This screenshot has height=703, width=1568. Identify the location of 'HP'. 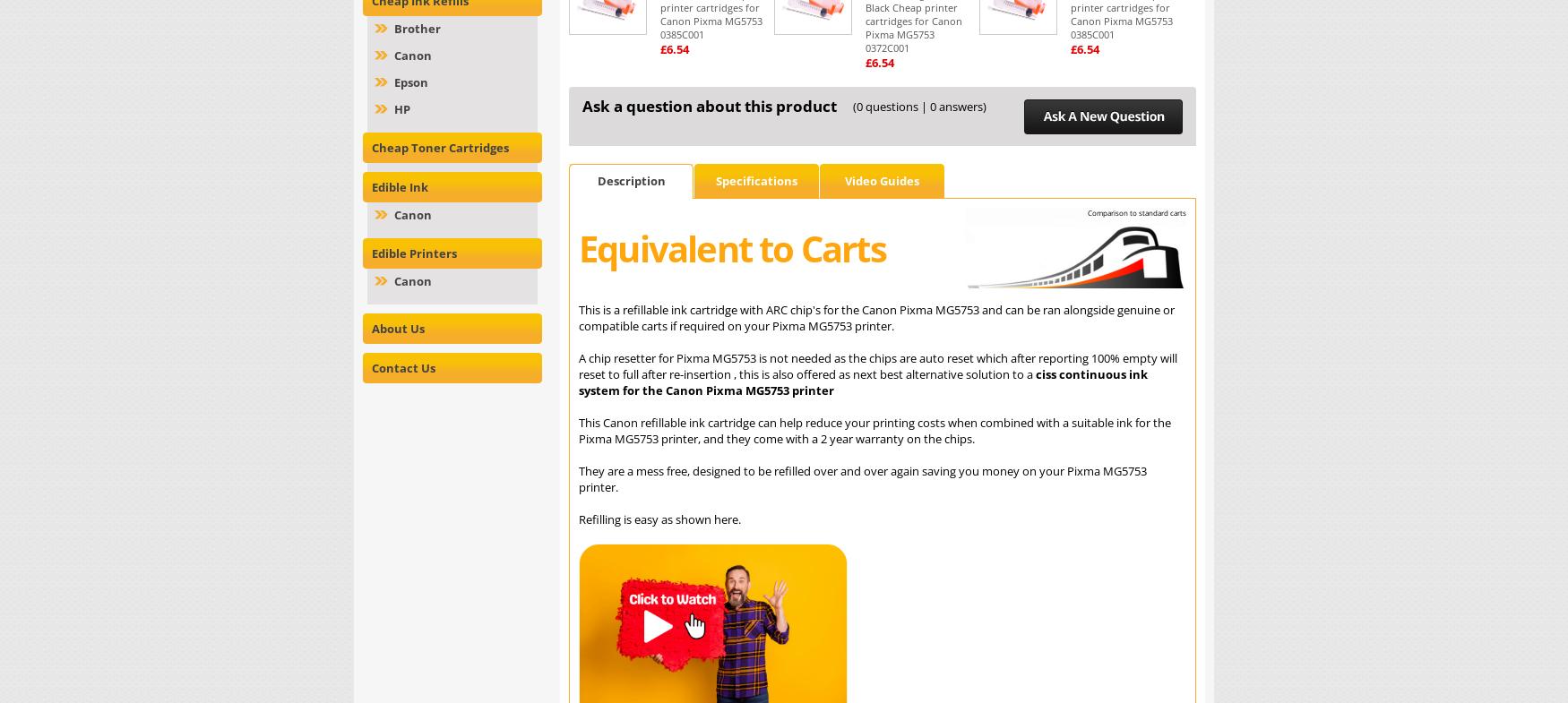
(402, 107).